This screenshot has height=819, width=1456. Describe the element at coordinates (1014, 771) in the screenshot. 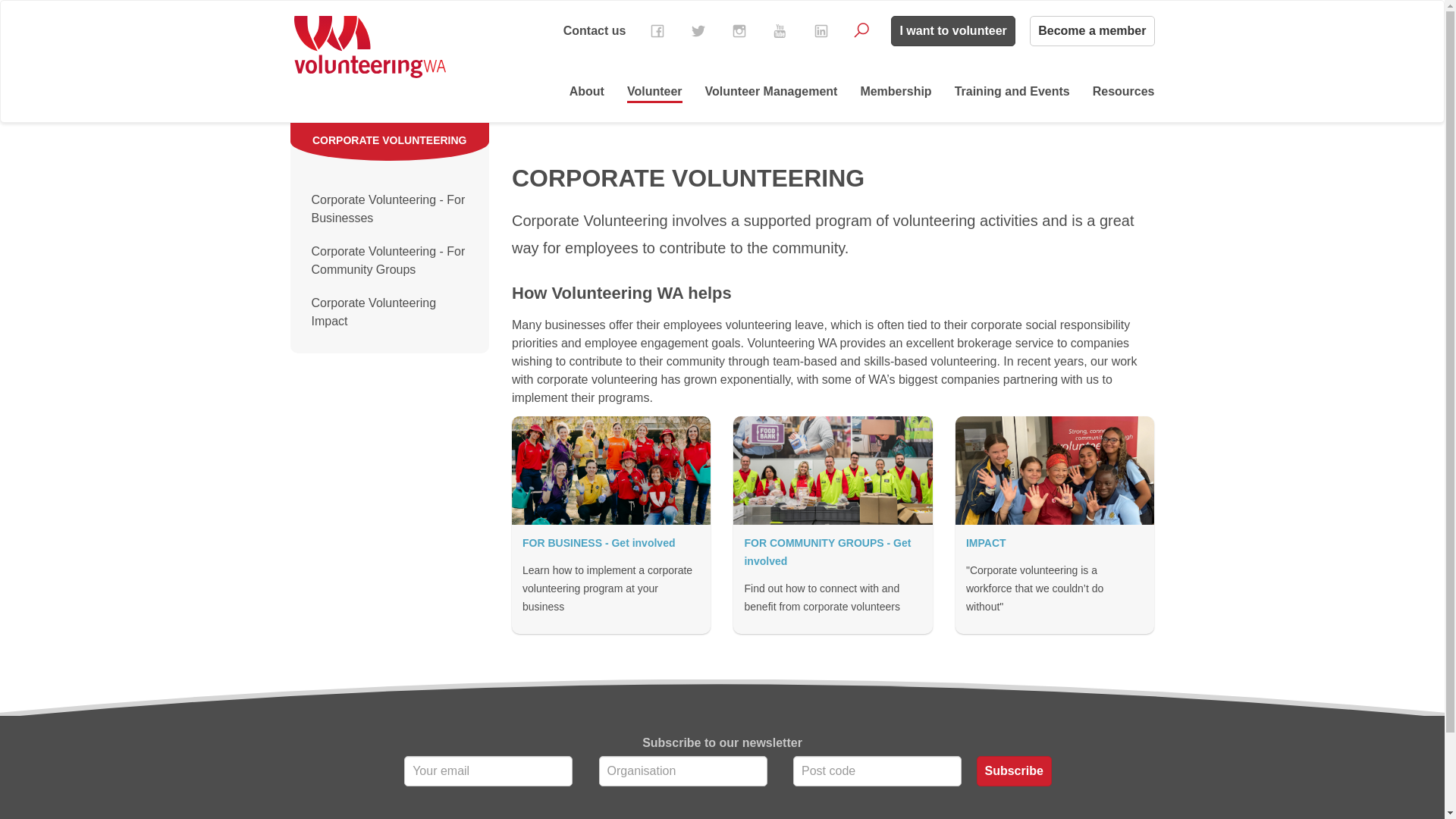

I see `'Subscribe'` at that location.